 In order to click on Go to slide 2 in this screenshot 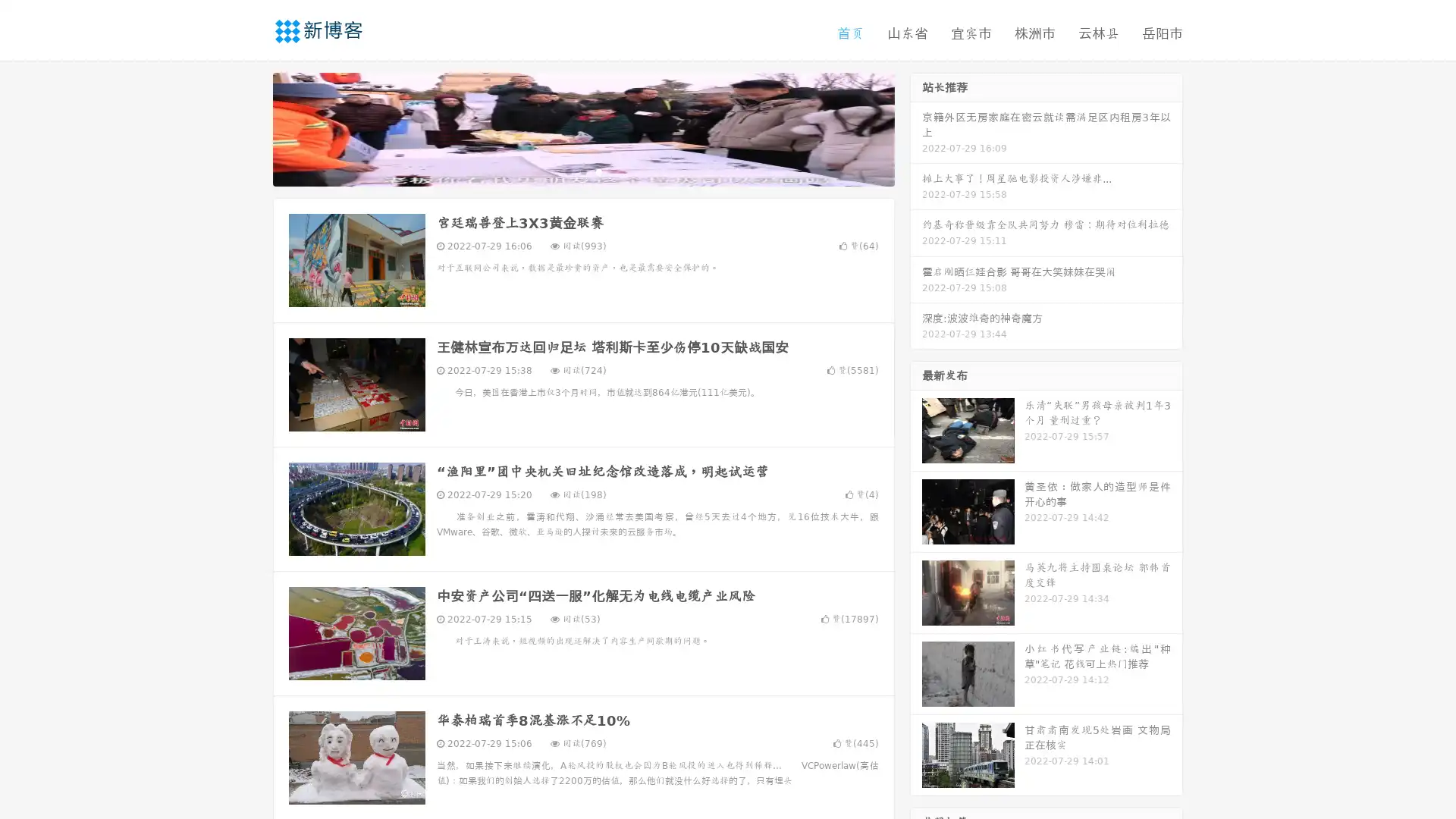, I will do `click(582, 171)`.